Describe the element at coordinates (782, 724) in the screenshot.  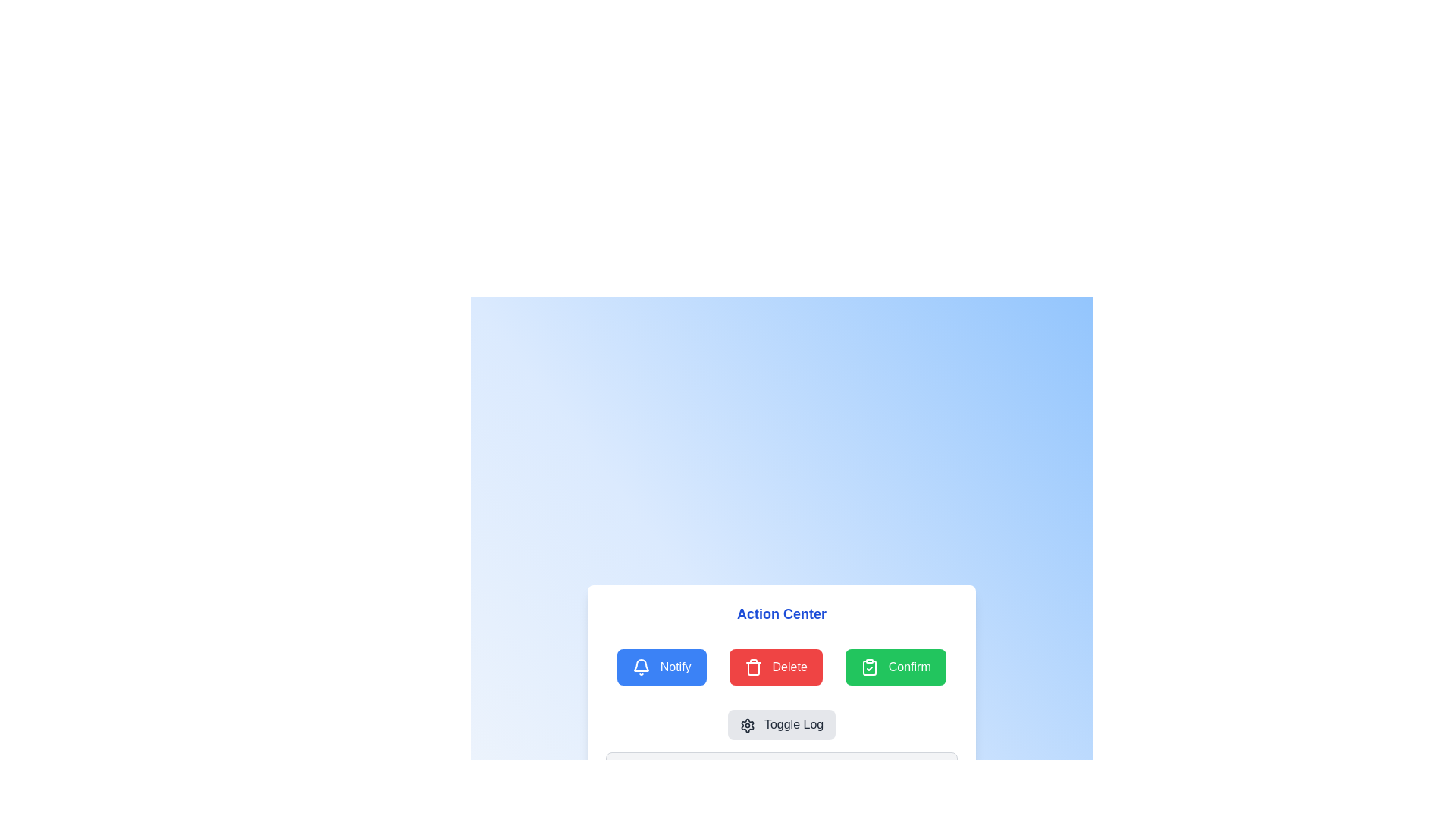
I see `the button that toggles the visibility of the log section in the 'Action Center' panel for a visual effect` at that location.